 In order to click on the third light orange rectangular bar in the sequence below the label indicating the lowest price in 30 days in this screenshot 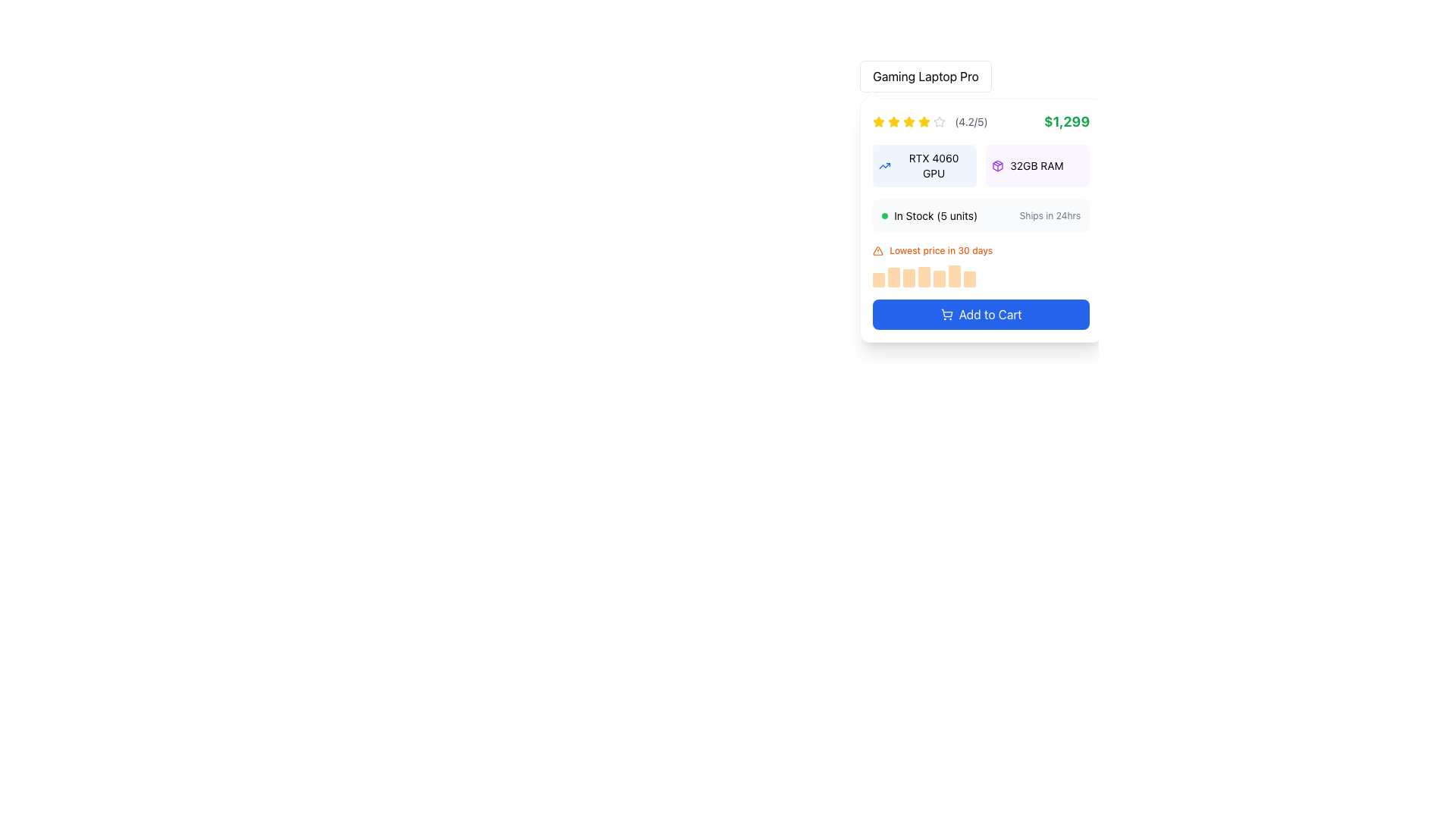, I will do `click(909, 278)`.